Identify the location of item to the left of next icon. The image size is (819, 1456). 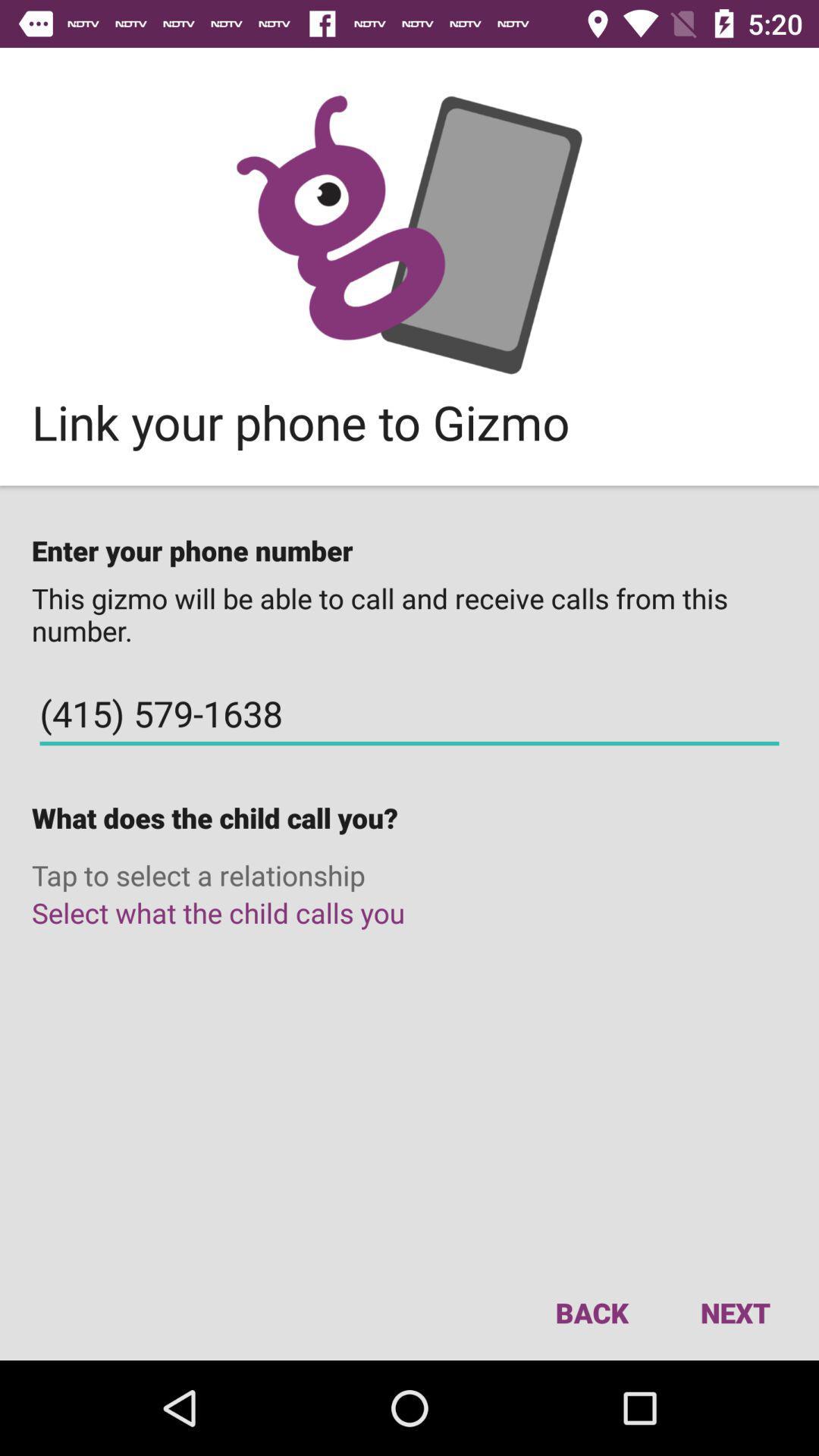
(591, 1312).